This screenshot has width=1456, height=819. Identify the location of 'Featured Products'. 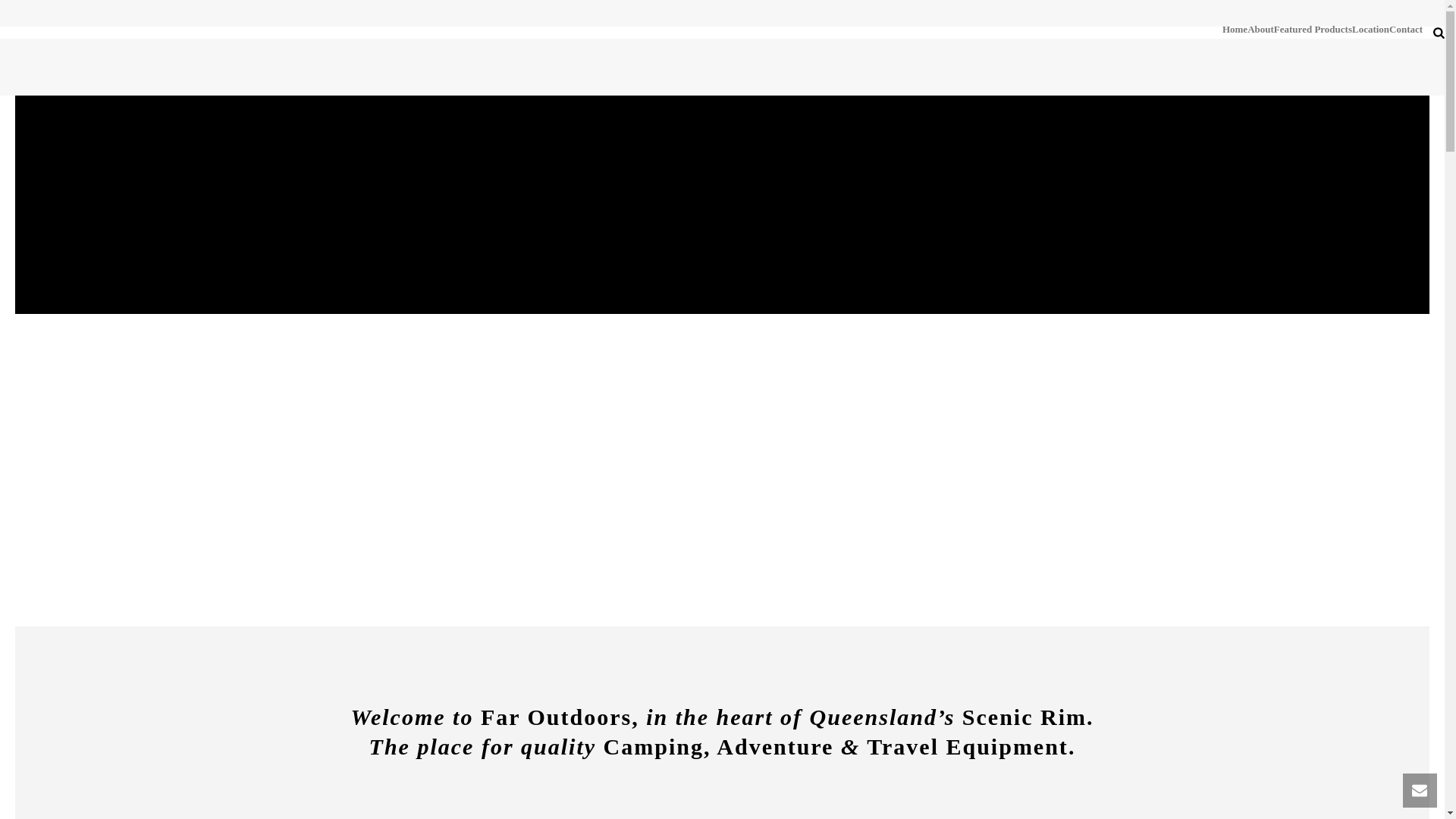
(1312, 29).